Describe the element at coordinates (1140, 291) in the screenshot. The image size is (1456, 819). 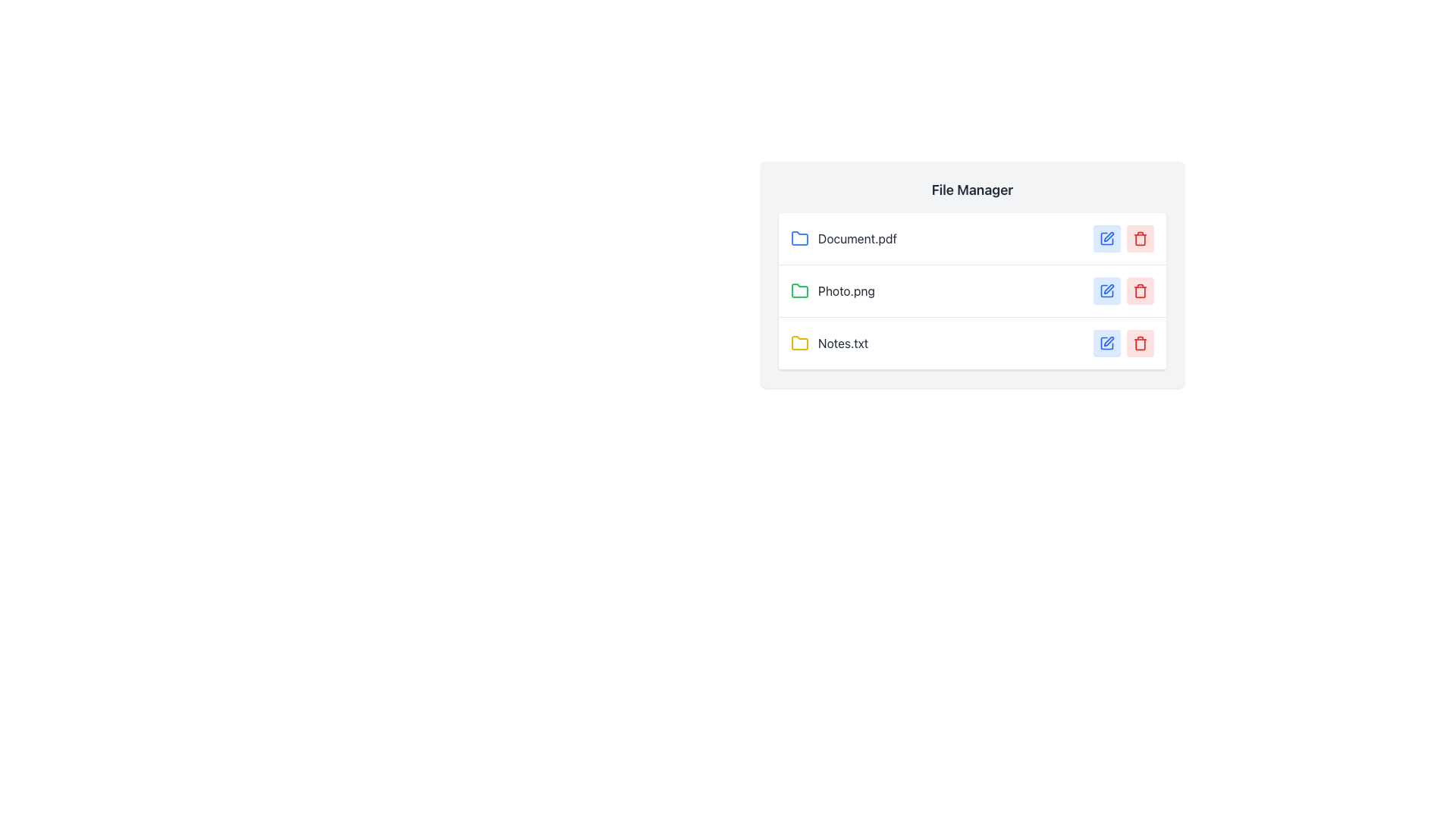
I see `the rounded red button with a trash can icon located on the far right side of the row for 'Photo.png' in the File Manager section` at that location.